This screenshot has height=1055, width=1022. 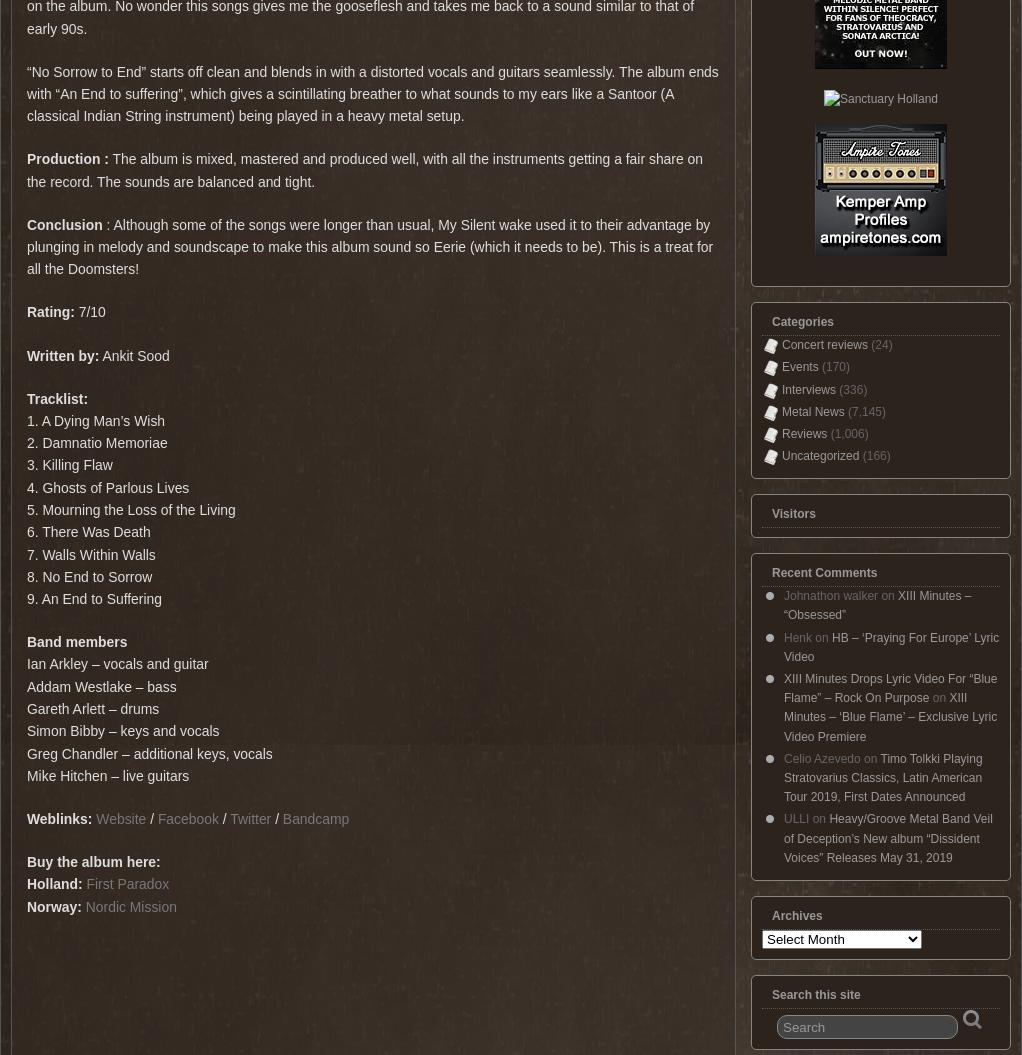 I want to click on 'Norway:', so click(x=25, y=905).